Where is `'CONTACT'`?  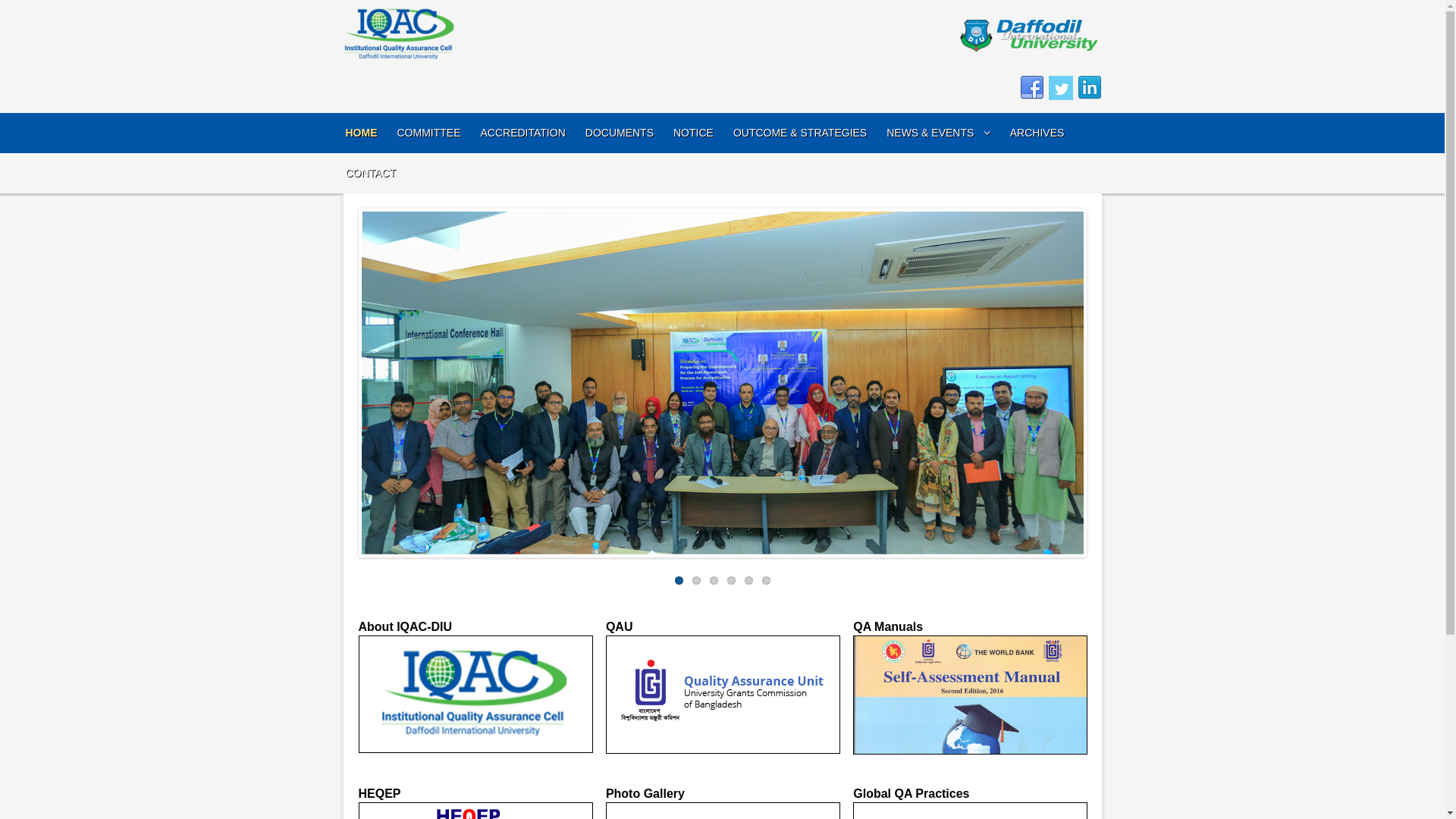
'CONTACT' is located at coordinates (345, 172).